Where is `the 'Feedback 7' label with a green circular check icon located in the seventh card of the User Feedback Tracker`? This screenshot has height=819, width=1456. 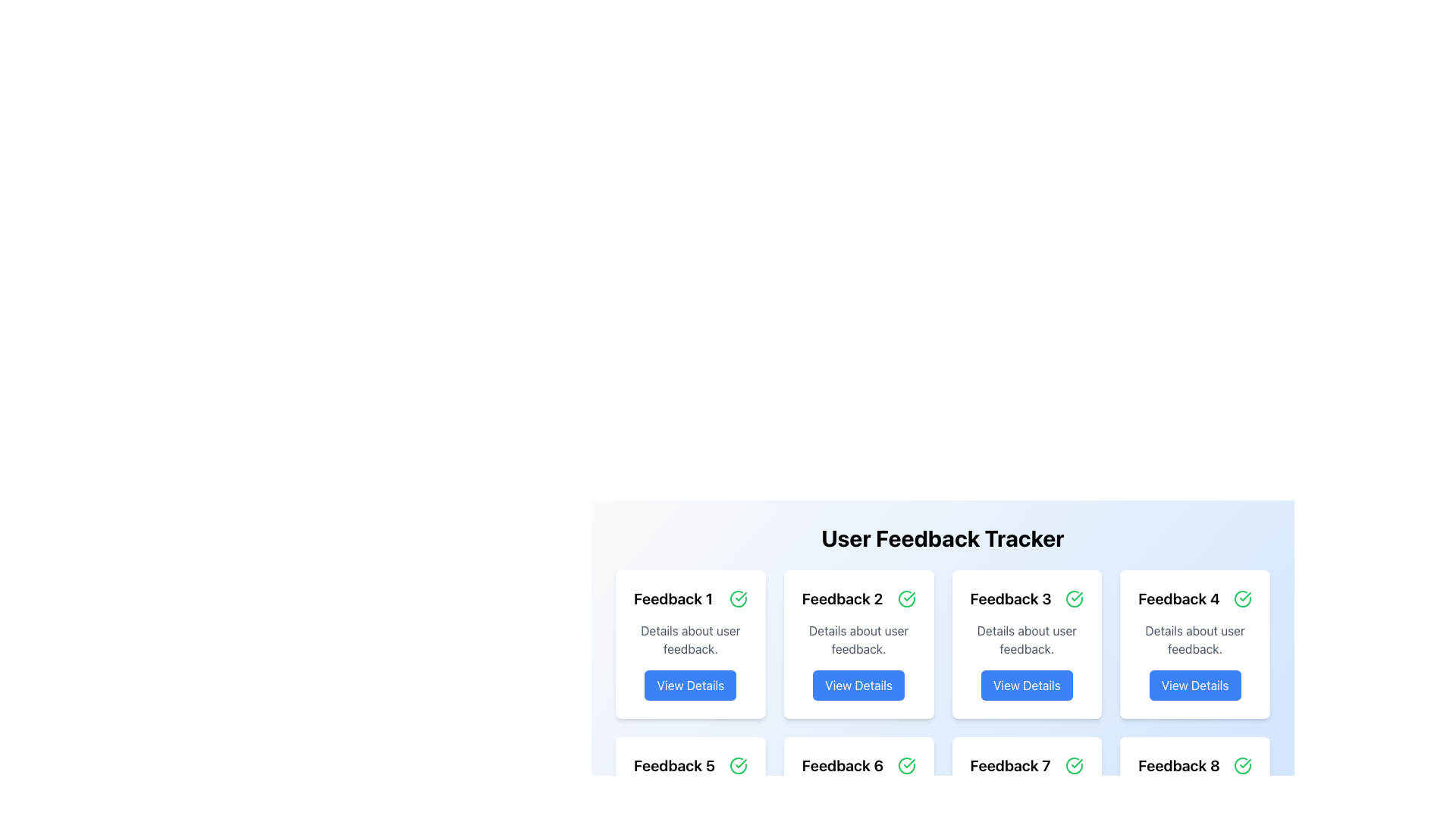 the 'Feedback 7' label with a green circular check icon located in the seventh card of the User Feedback Tracker is located at coordinates (1027, 766).